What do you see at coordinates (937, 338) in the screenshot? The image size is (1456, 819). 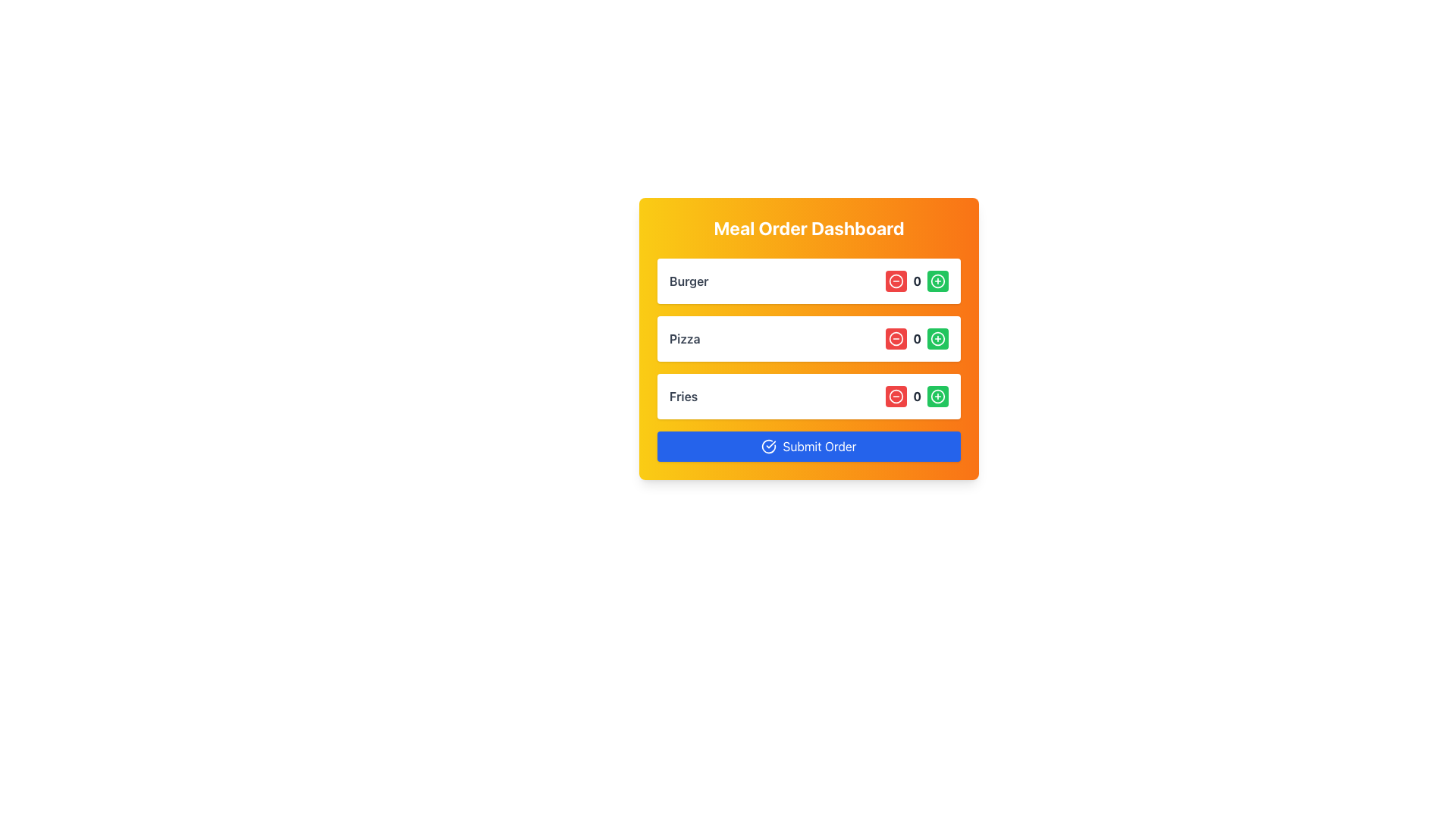 I see `the increment button located to the far right of the horizontal grouping, adjacent to the bold '0' count text, to observe its visual response` at bounding box center [937, 338].